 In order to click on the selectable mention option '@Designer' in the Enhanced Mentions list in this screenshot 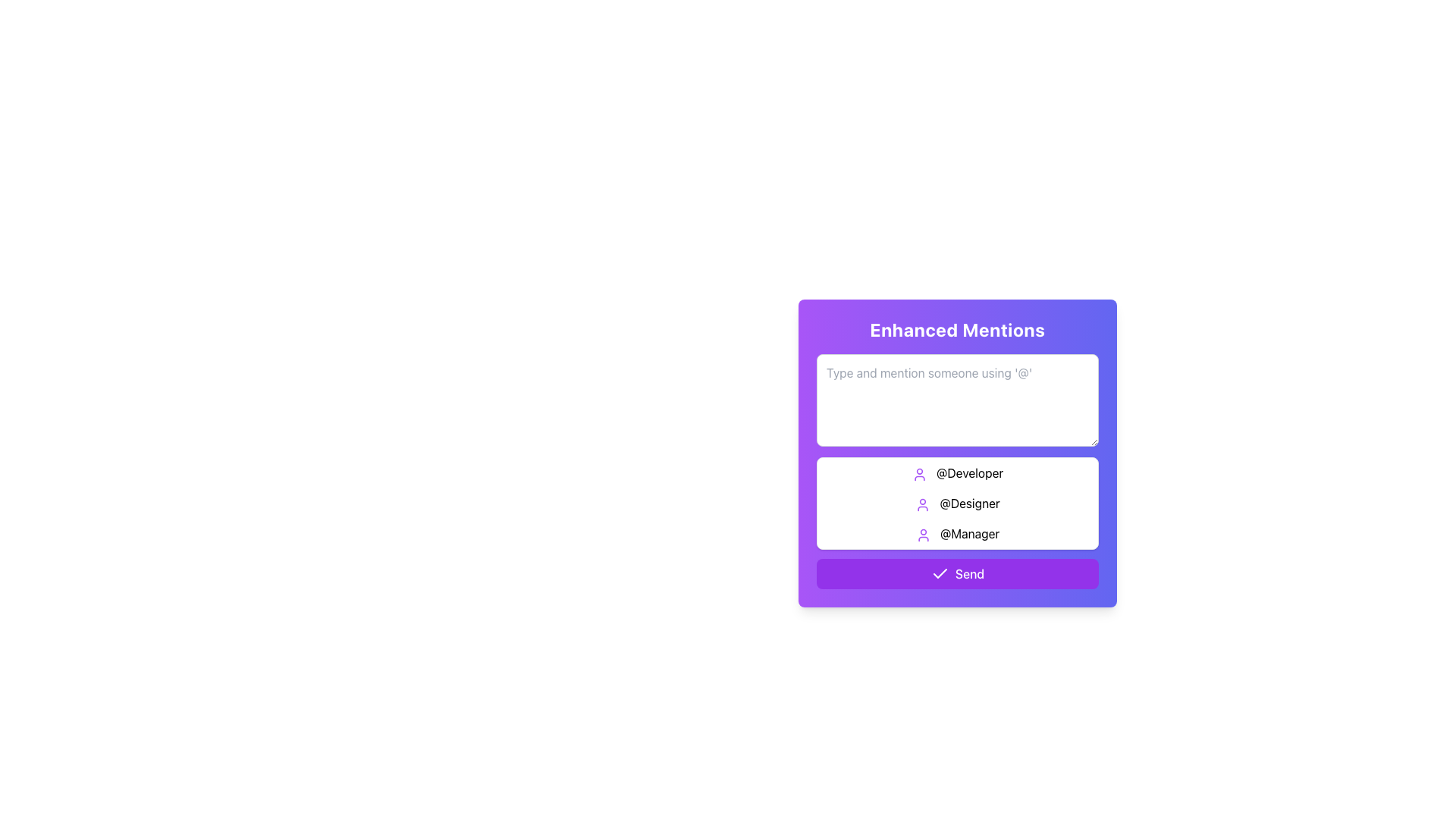, I will do `click(956, 503)`.